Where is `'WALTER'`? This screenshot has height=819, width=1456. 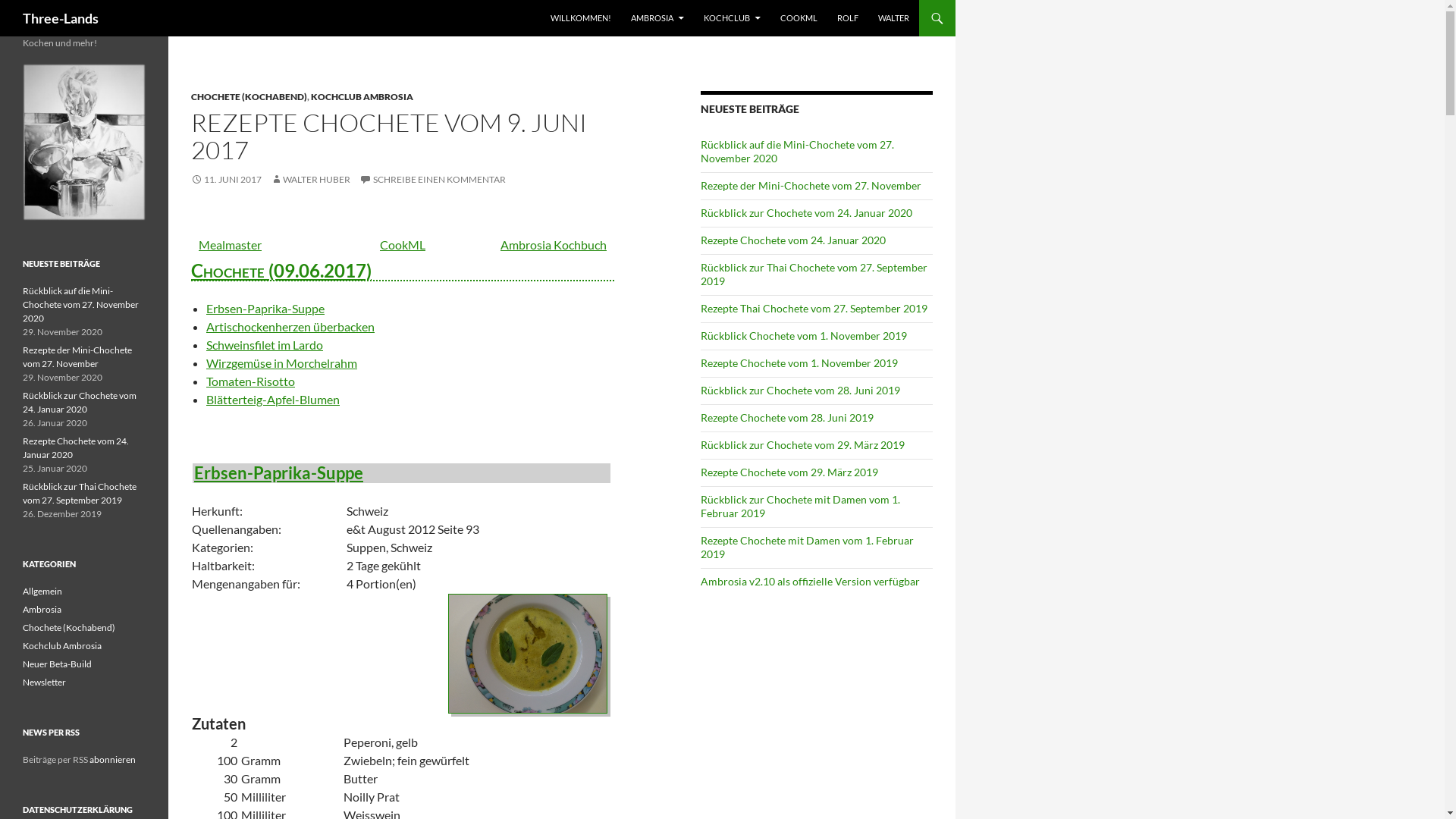
'WALTER' is located at coordinates (893, 17).